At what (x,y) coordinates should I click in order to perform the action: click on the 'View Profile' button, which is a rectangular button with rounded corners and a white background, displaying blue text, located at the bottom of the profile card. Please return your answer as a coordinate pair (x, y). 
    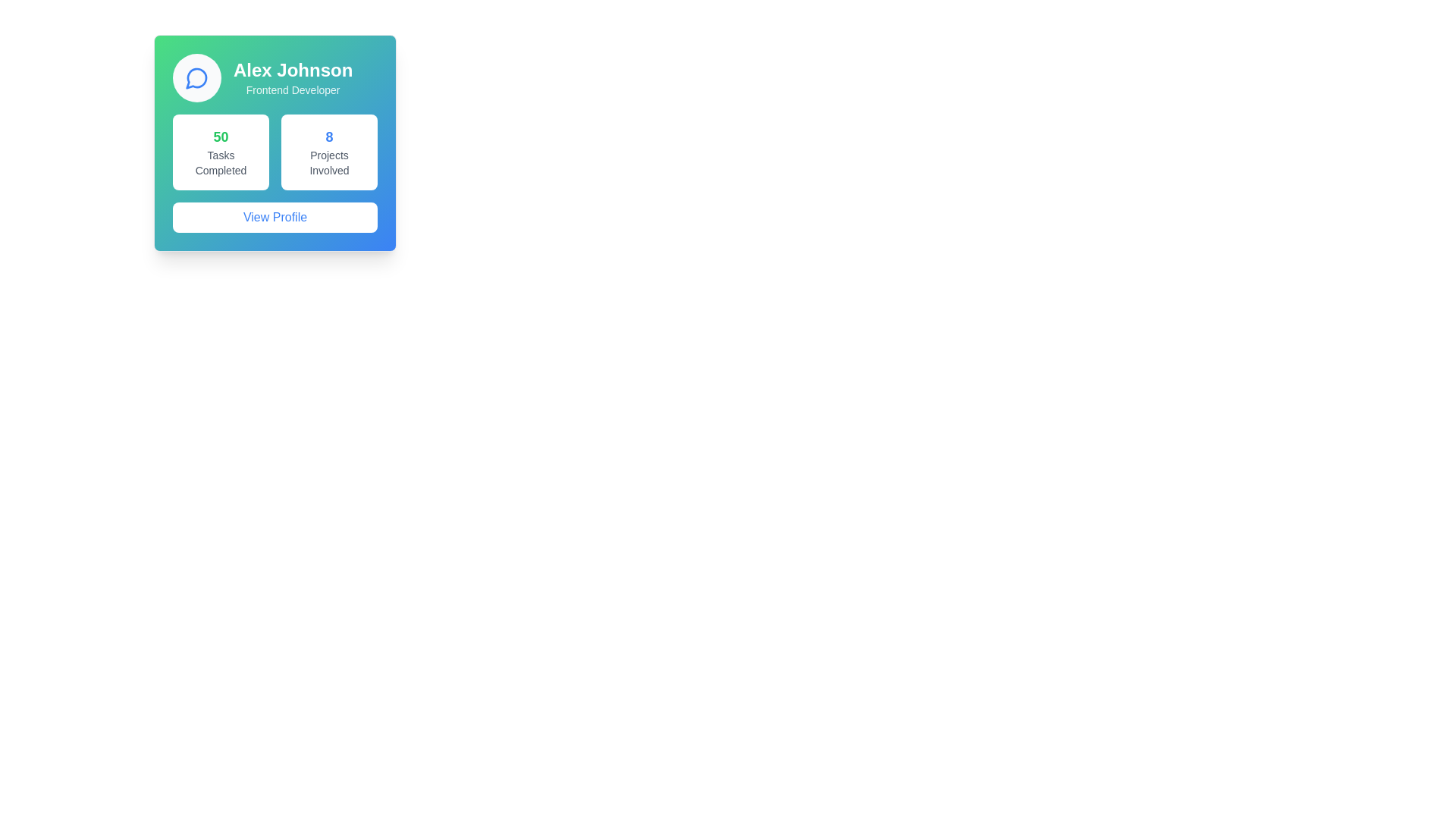
    Looking at the image, I should click on (275, 217).